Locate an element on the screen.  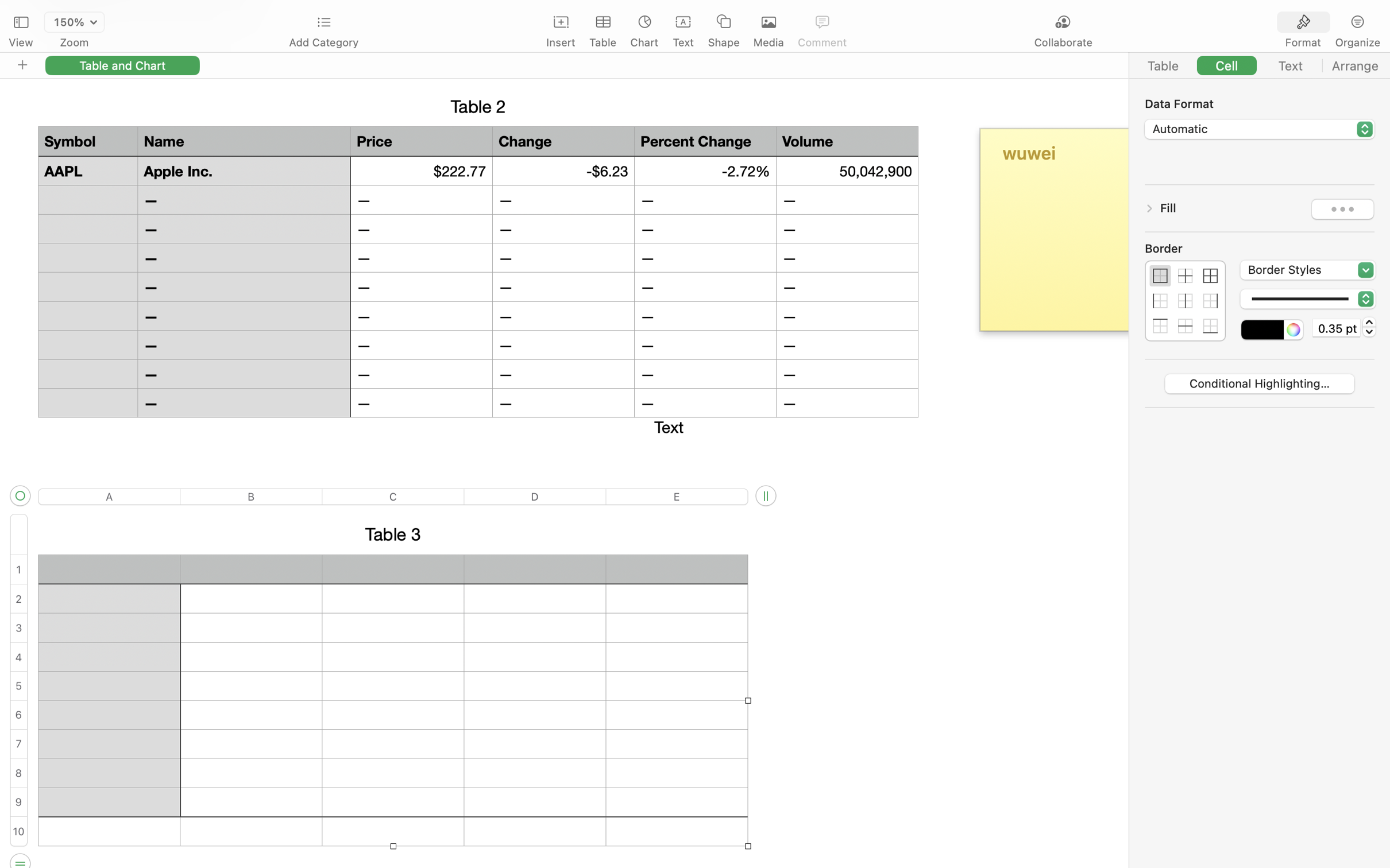
'Media' is located at coordinates (769, 42).